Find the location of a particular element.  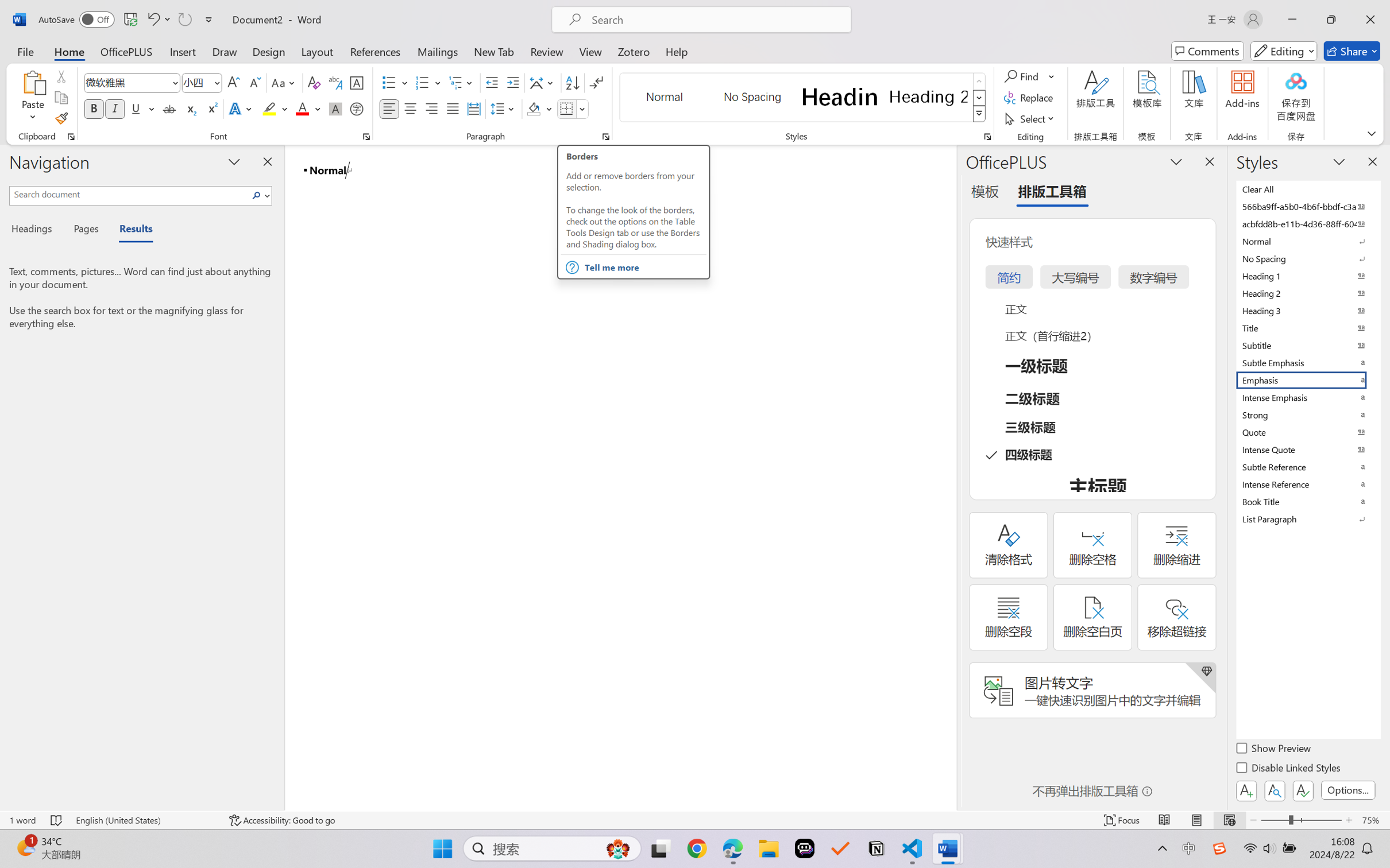

'Minimize' is located at coordinates (1292, 19).